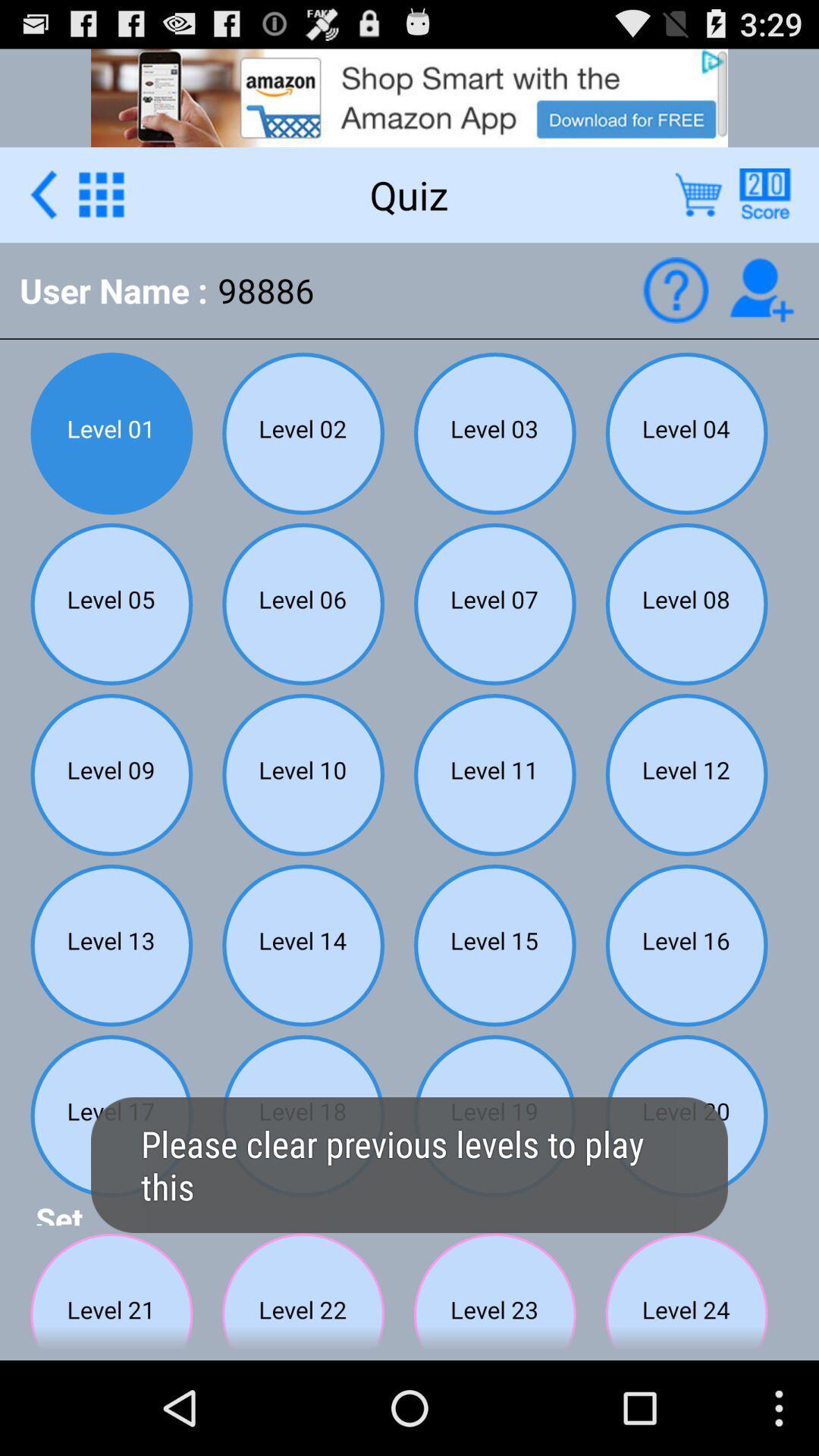 Image resolution: width=819 pixels, height=1456 pixels. What do you see at coordinates (42, 207) in the screenshot?
I see `the arrow_backward icon` at bounding box center [42, 207].